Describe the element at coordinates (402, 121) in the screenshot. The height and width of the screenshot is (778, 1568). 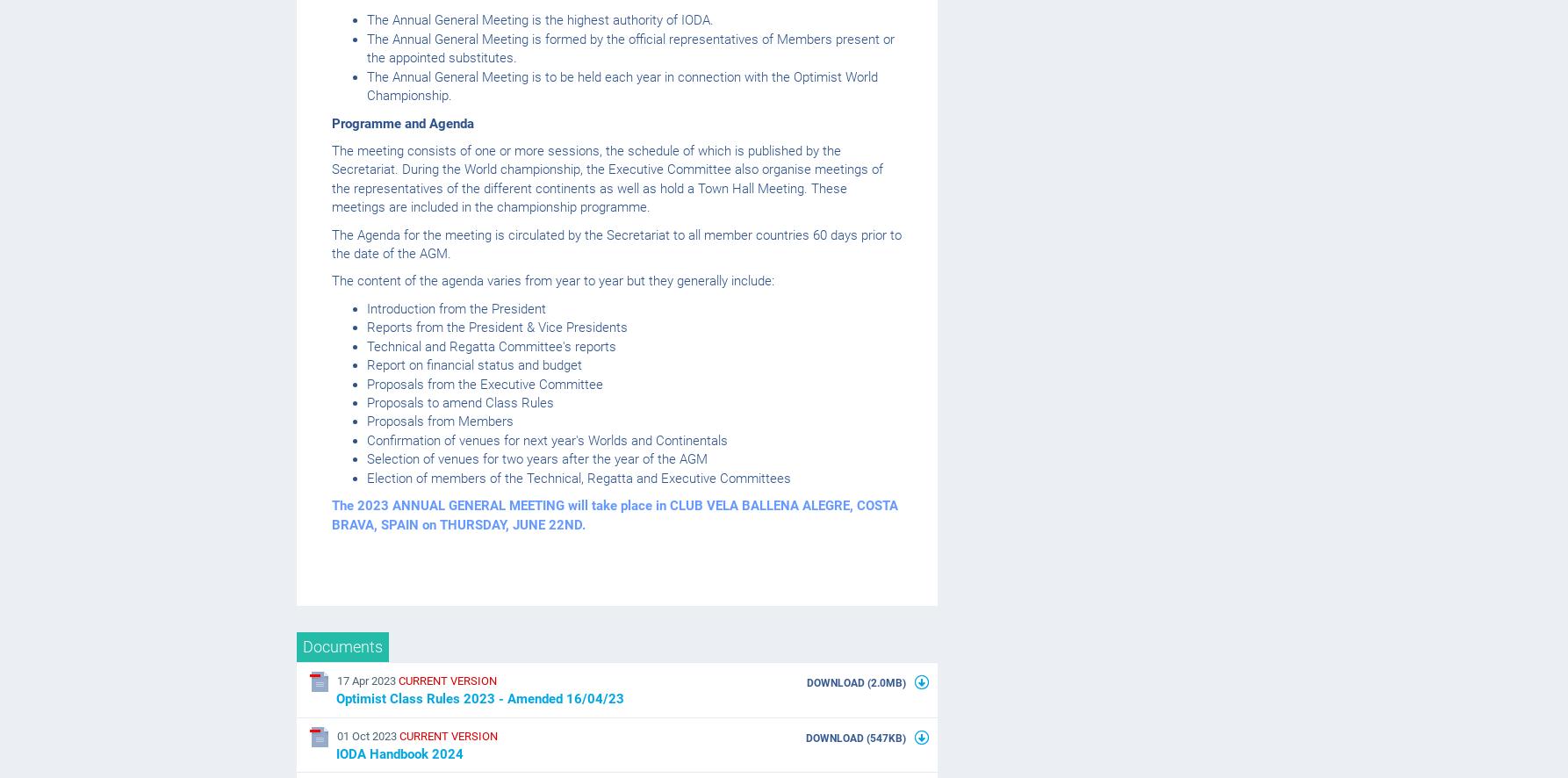
I see `'Programme and Agenda'` at that location.